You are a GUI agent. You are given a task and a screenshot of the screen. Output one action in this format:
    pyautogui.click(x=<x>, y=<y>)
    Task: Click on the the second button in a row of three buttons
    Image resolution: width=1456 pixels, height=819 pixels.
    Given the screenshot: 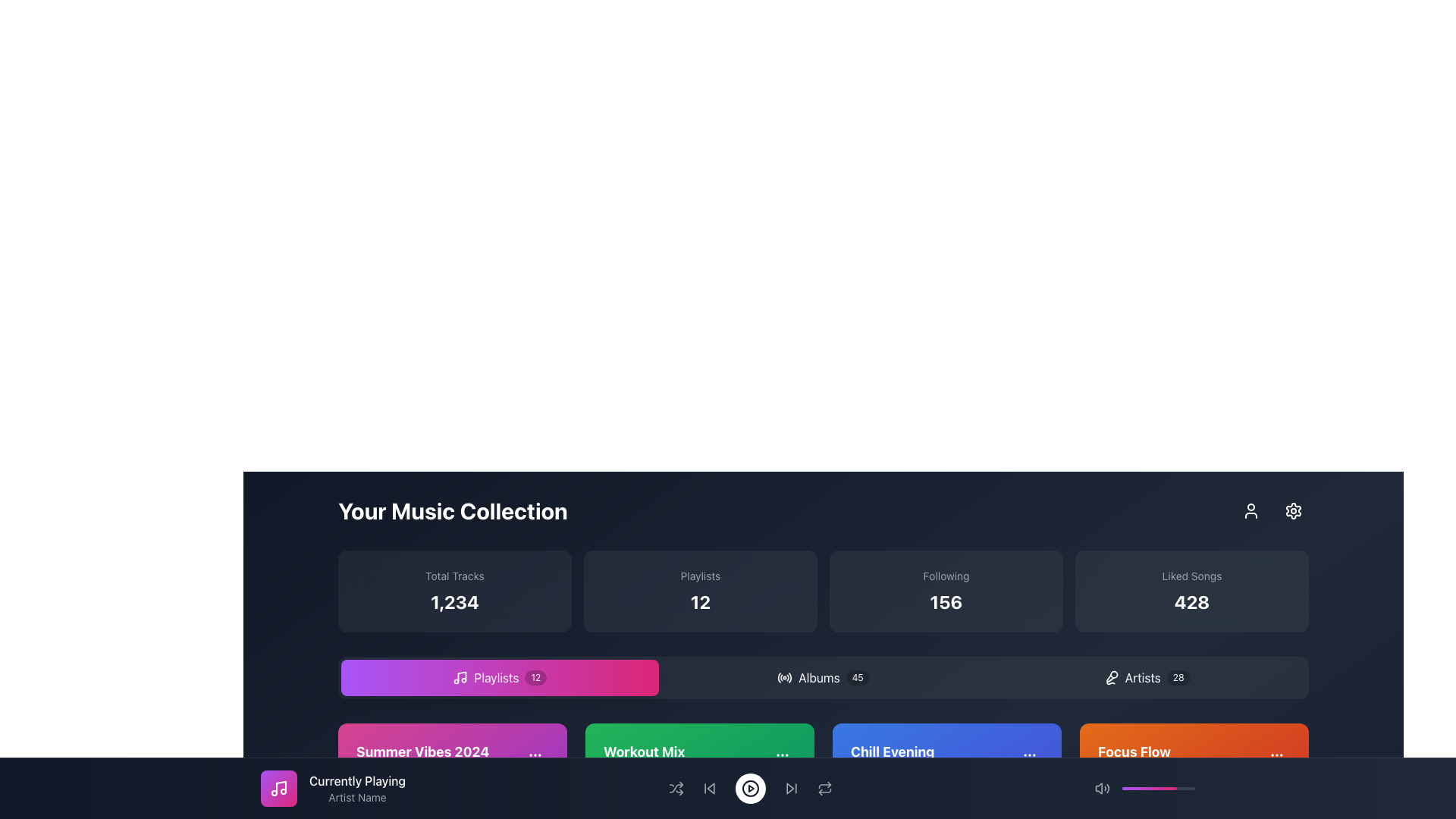 What is the action you would take?
    pyautogui.click(x=822, y=677)
    